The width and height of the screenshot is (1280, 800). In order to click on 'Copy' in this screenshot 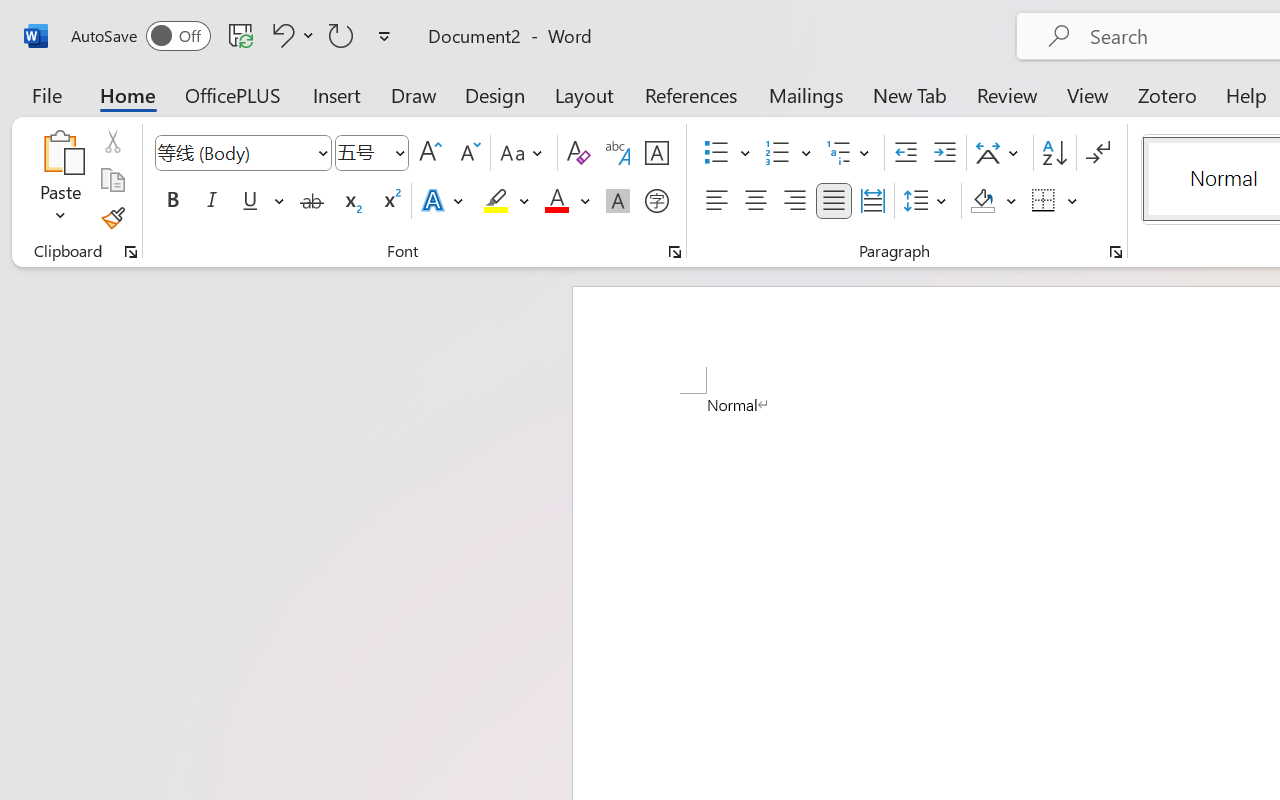, I will do `click(111, 179)`.